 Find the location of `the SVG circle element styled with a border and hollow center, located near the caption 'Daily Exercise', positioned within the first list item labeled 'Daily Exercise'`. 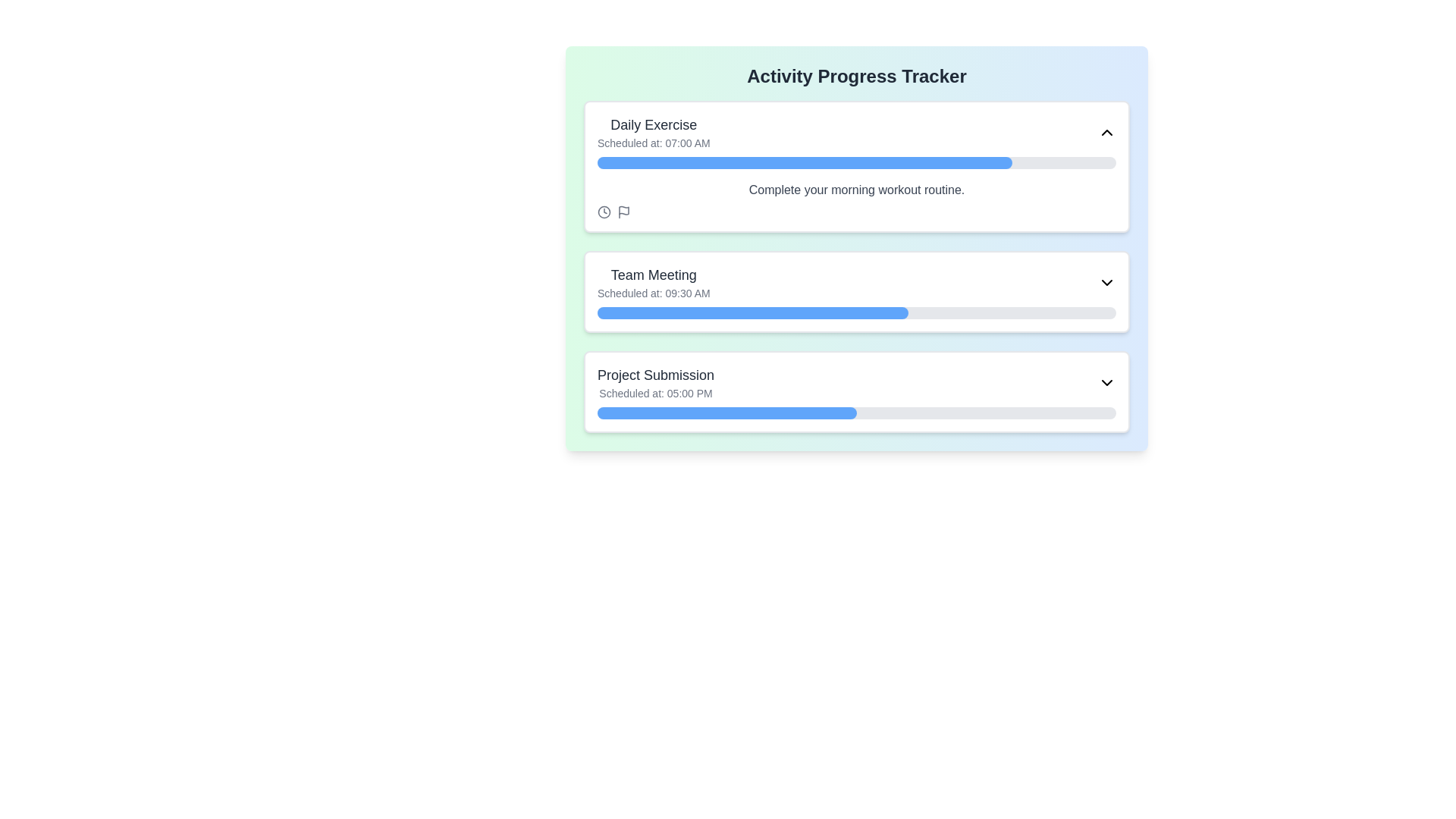

the SVG circle element styled with a border and hollow center, located near the caption 'Daily Exercise', positioned within the first list item labeled 'Daily Exercise' is located at coordinates (603, 212).